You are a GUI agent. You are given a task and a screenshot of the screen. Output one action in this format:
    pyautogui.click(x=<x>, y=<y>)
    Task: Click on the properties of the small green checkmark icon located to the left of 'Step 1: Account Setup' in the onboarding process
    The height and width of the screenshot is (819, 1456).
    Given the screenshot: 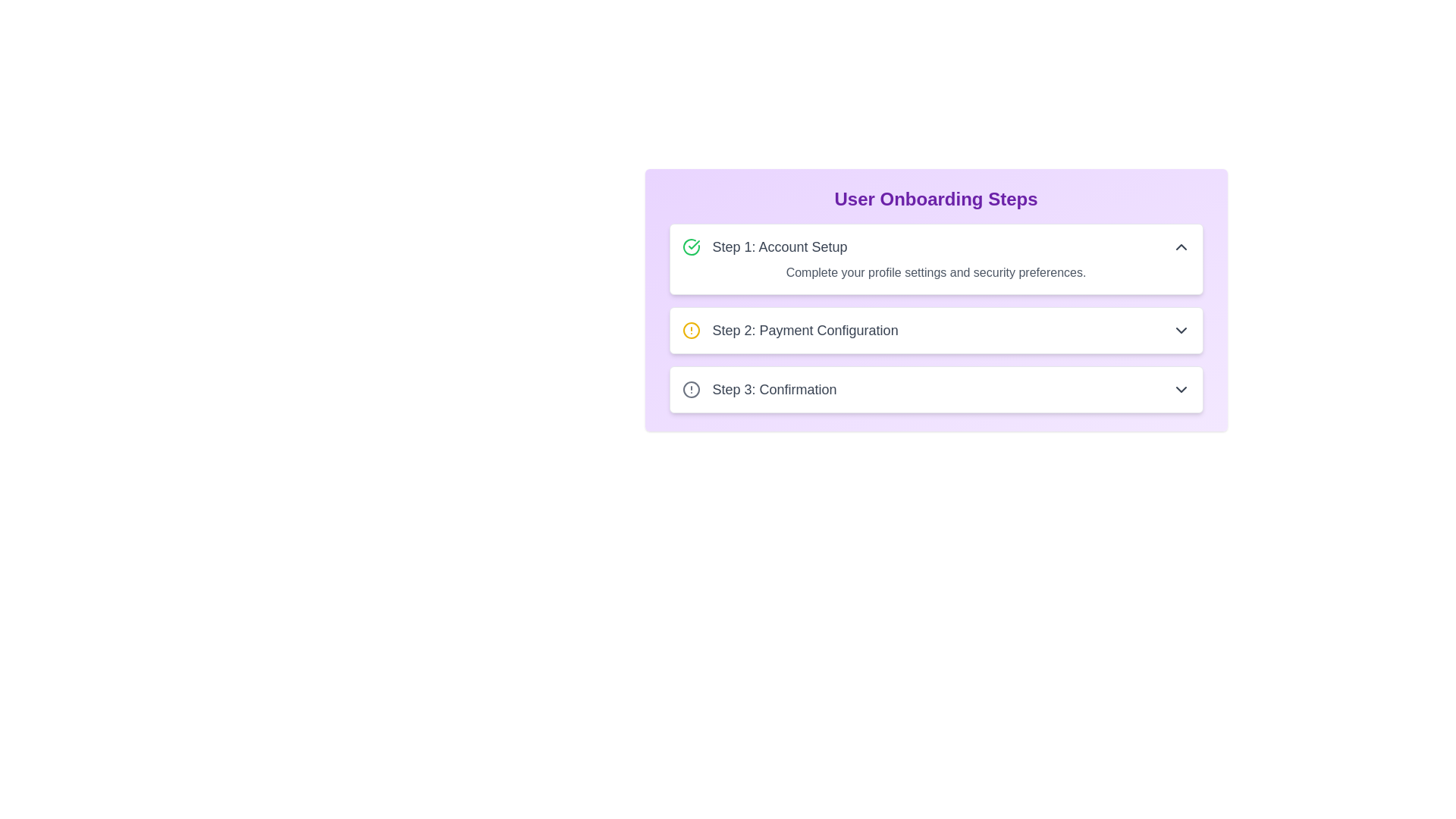 What is the action you would take?
    pyautogui.click(x=693, y=244)
    